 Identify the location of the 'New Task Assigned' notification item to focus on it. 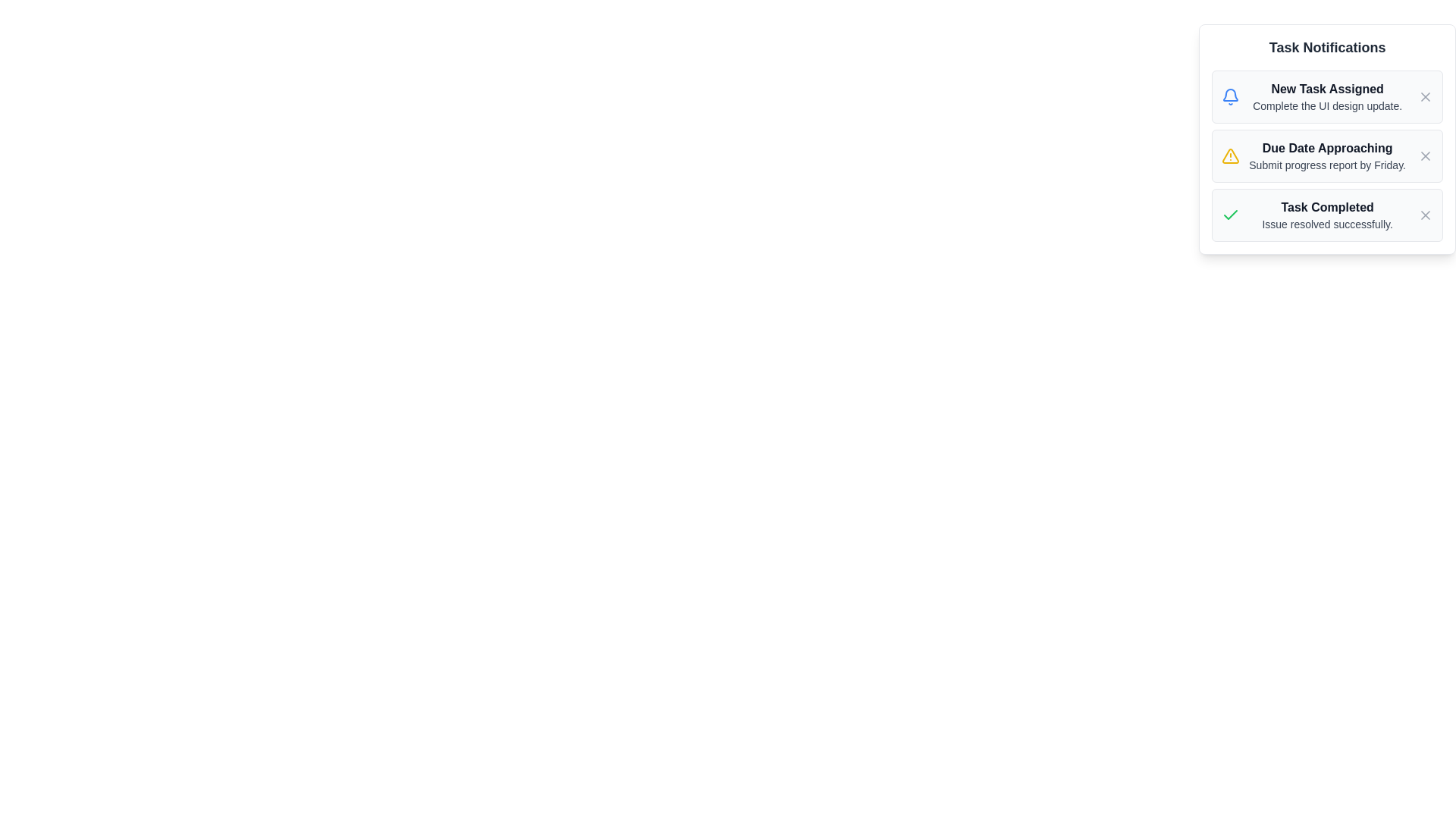
(1326, 96).